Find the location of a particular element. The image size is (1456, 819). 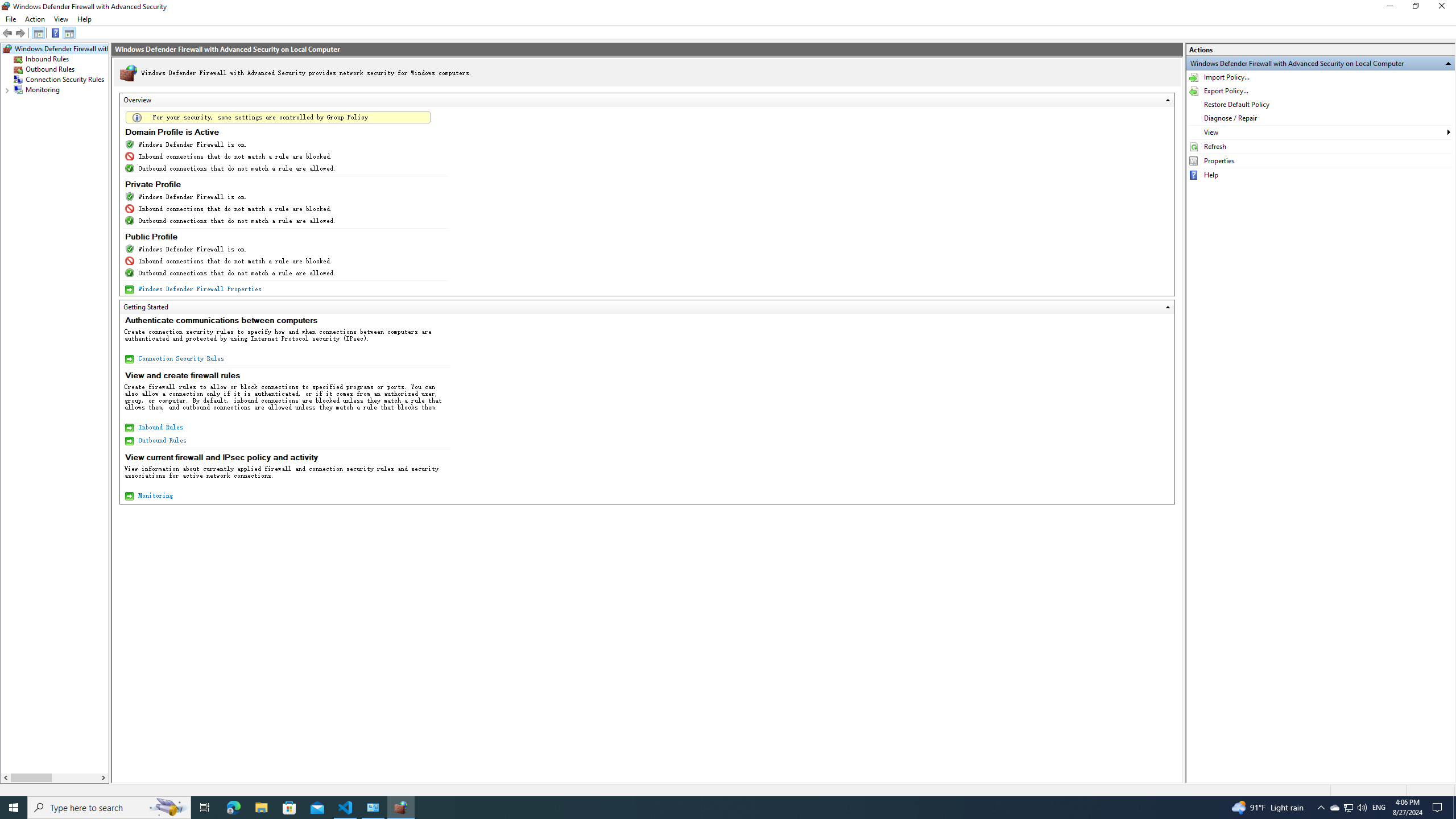

'Close' is located at coordinates (1444, 9).